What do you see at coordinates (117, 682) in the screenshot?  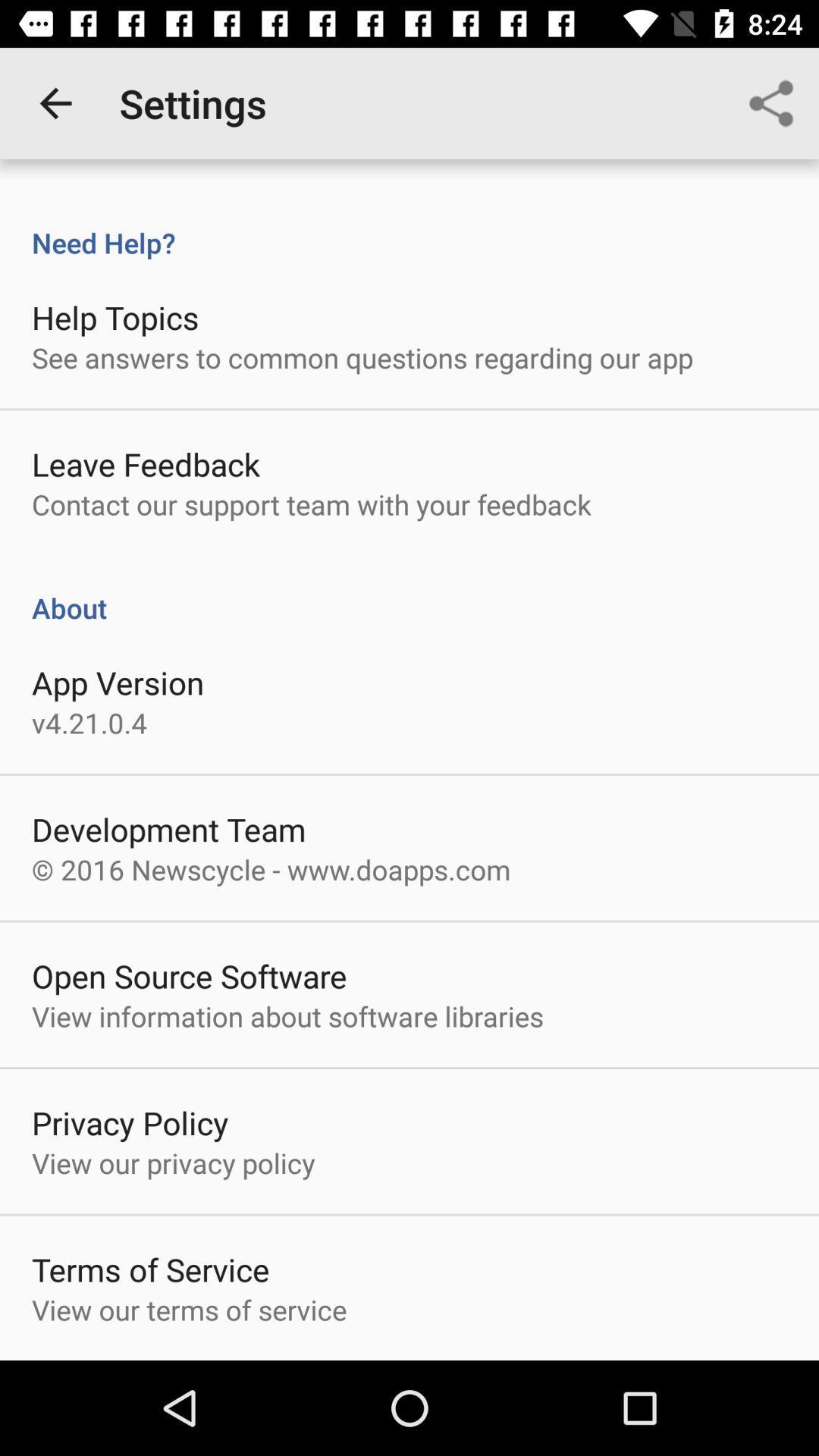 I see `the app version icon` at bounding box center [117, 682].